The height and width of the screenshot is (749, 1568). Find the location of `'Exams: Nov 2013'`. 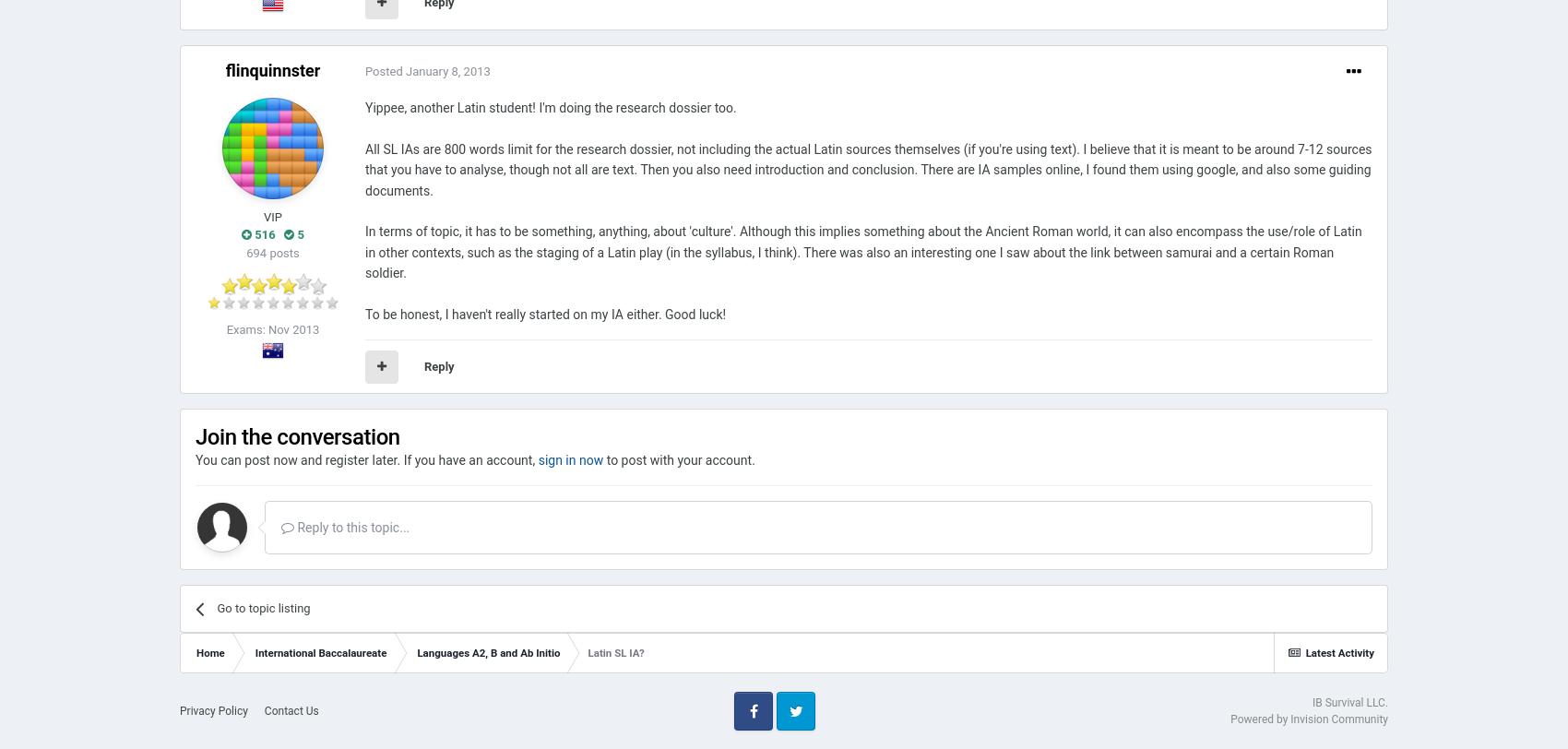

'Exams: Nov 2013' is located at coordinates (272, 329).